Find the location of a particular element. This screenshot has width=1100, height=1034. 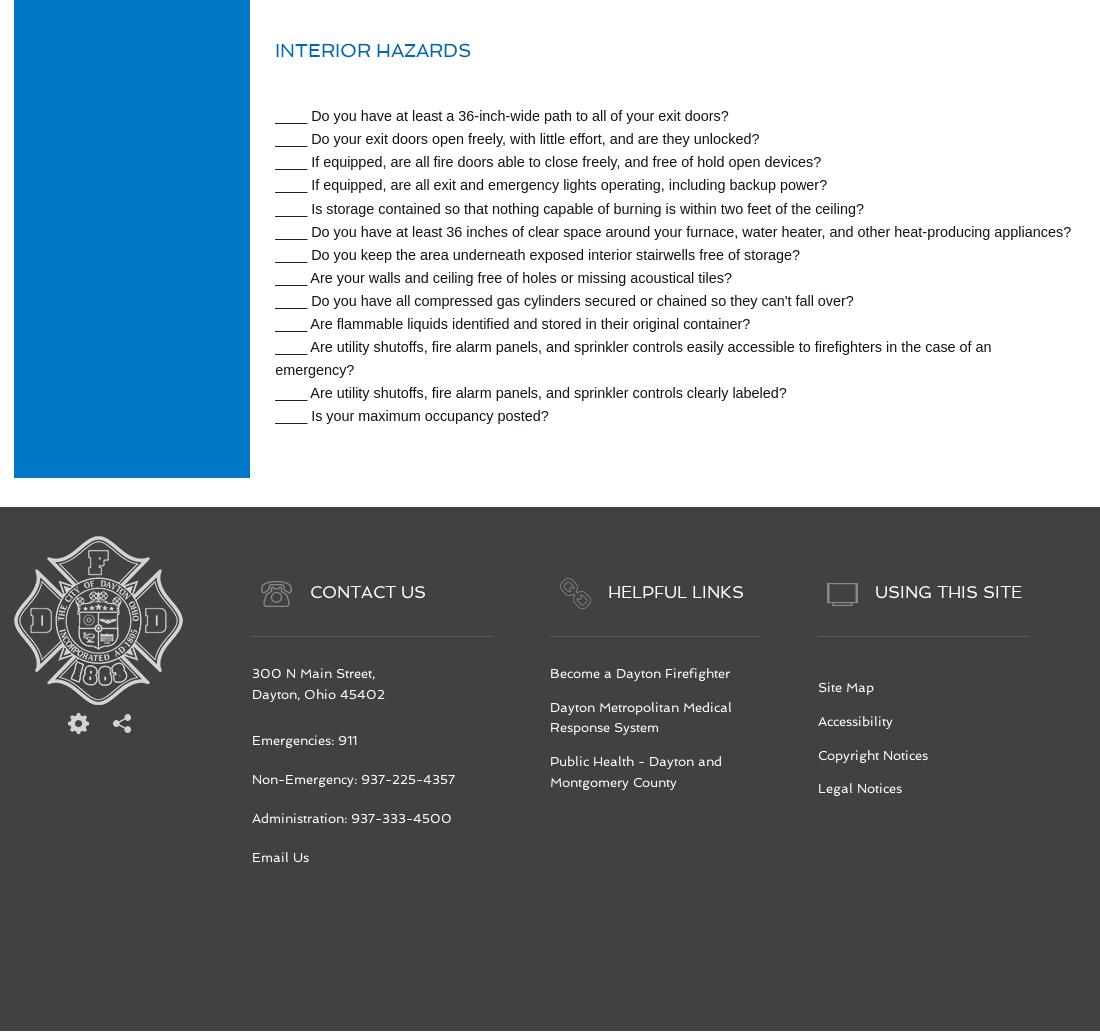

'____ Are utility shutoffs, fire alarm panels, and sprinkler controls clearly labeled?' is located at coordinates (530, 390).